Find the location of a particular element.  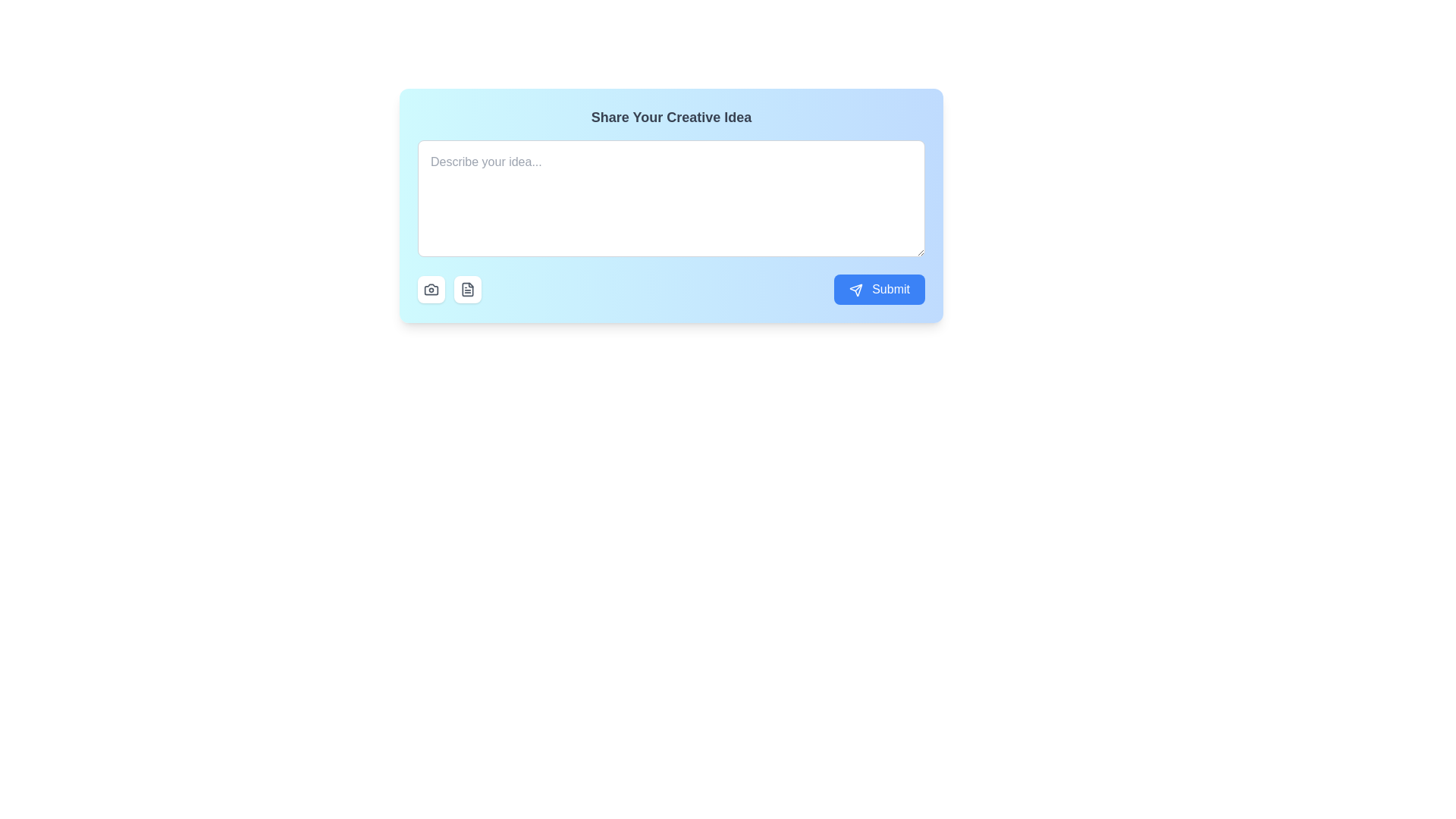

the document icon within the rounded white button located below the input field for describing an idea is located at coordinates (467, 289).